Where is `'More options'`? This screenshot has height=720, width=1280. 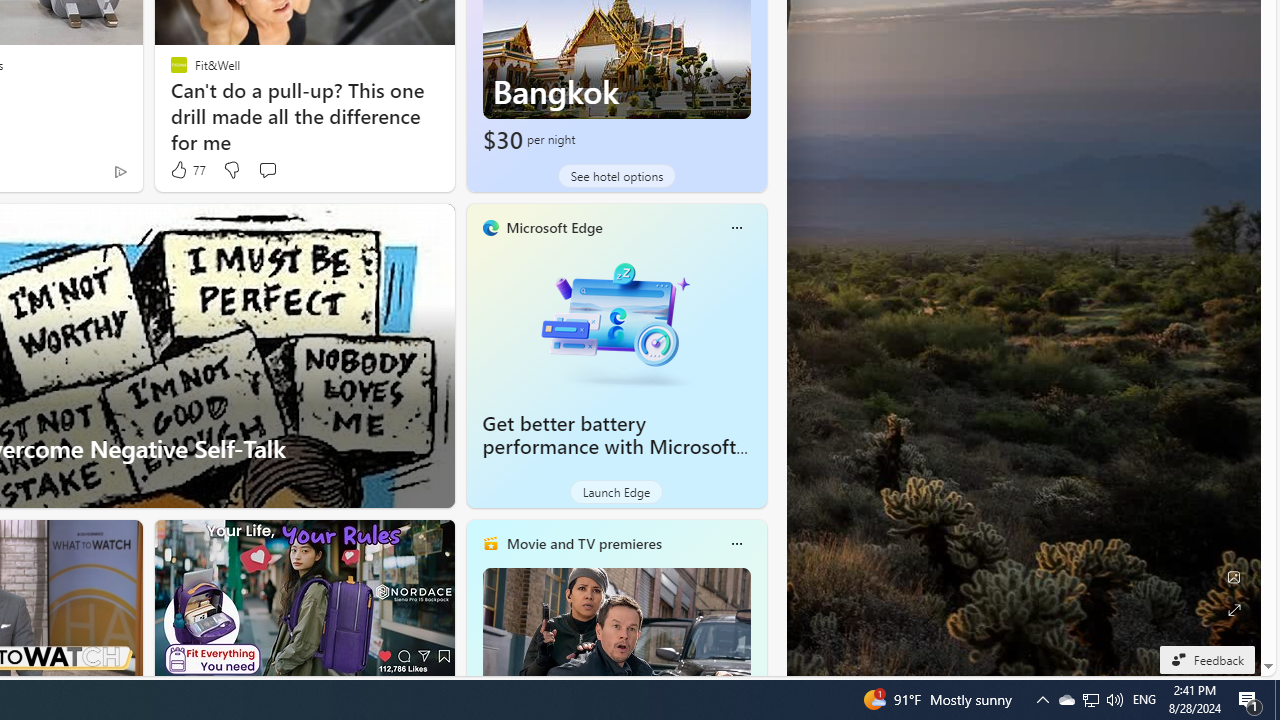 'More options' is located at coordinates (735, 543).